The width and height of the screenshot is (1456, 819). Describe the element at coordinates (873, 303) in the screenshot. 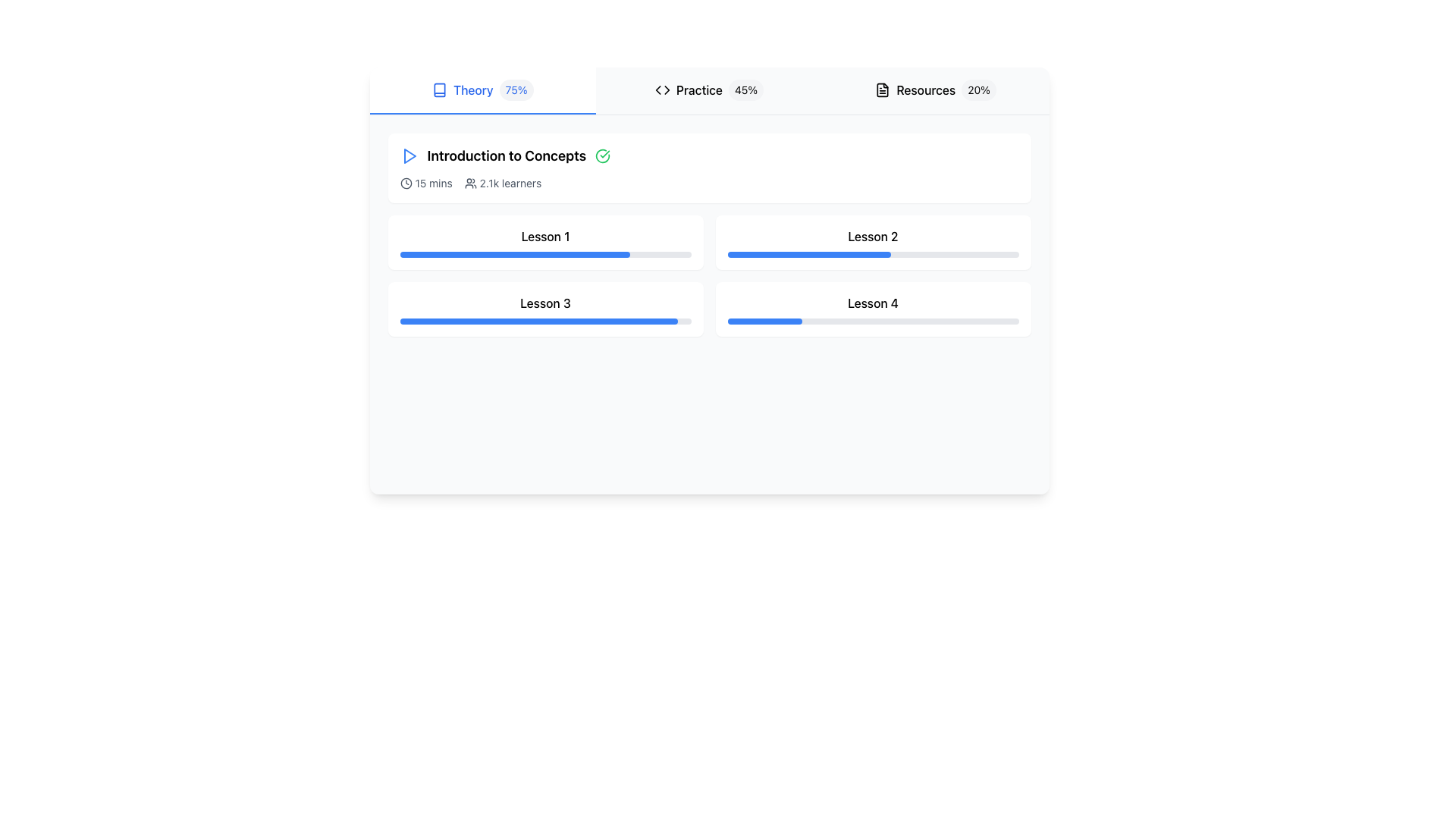

I see `the text label that serves as the title for the lesson card located in the bottom-right corner of the grid, which is the fourth element in the sequence` at that location.